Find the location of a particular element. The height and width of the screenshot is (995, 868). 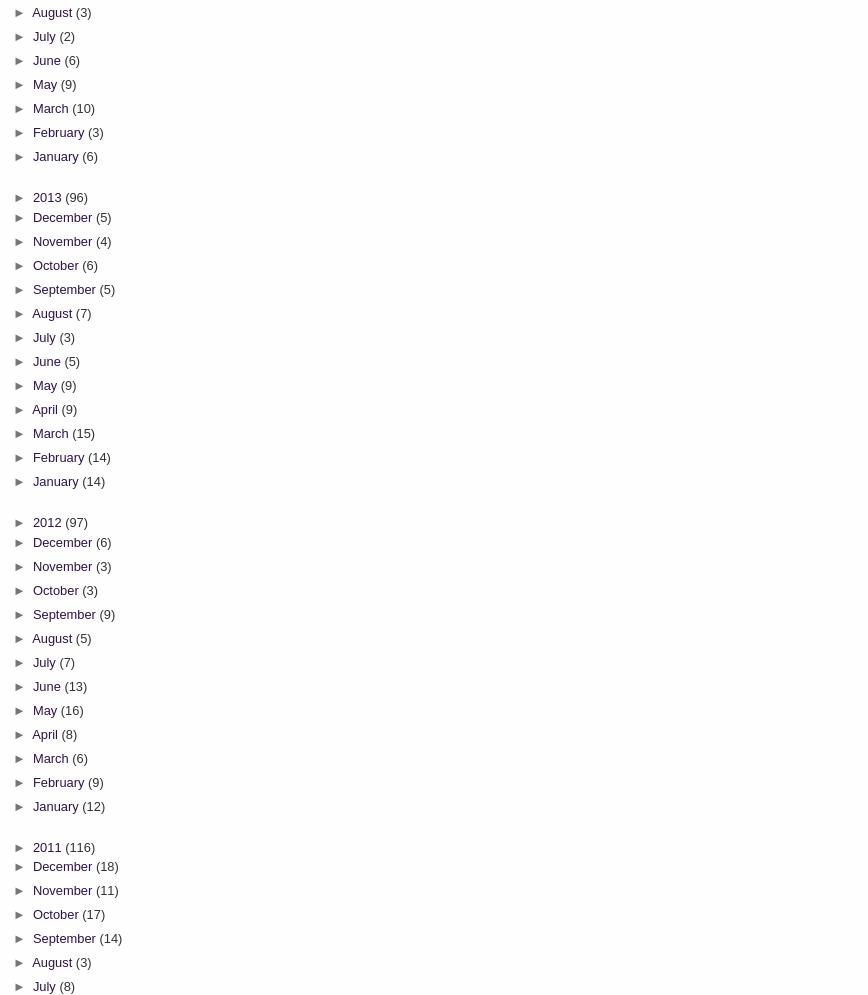

'(11)' is located at coordinates (106, 889).